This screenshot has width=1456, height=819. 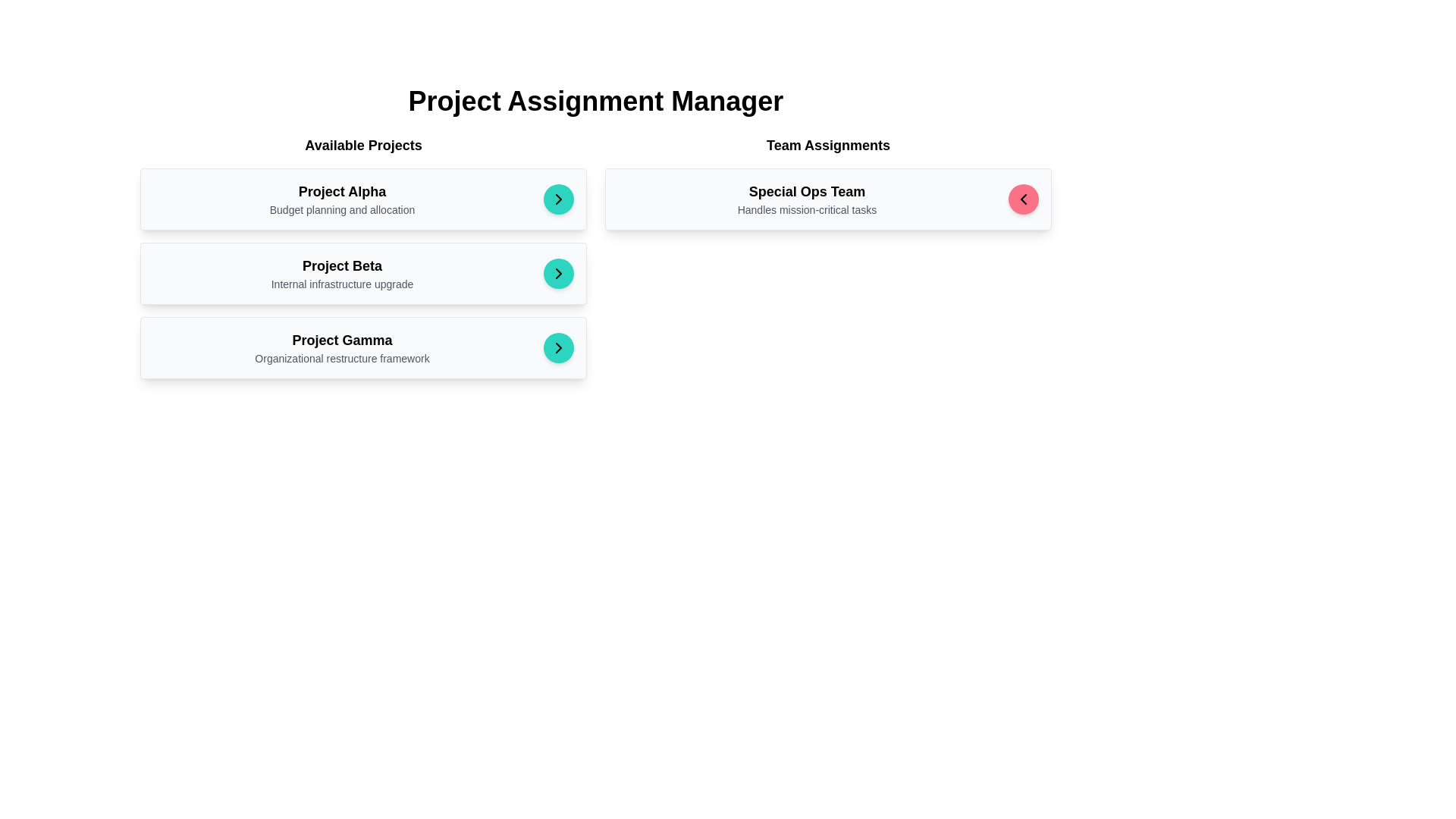 What do you see at coordinates (558, 348) in the screenshot?
I see `the circular button containing the right-facing arrow icon for the 'Project Gamma' item in the 'Available Projects' list` at bounding box center [558, 348].